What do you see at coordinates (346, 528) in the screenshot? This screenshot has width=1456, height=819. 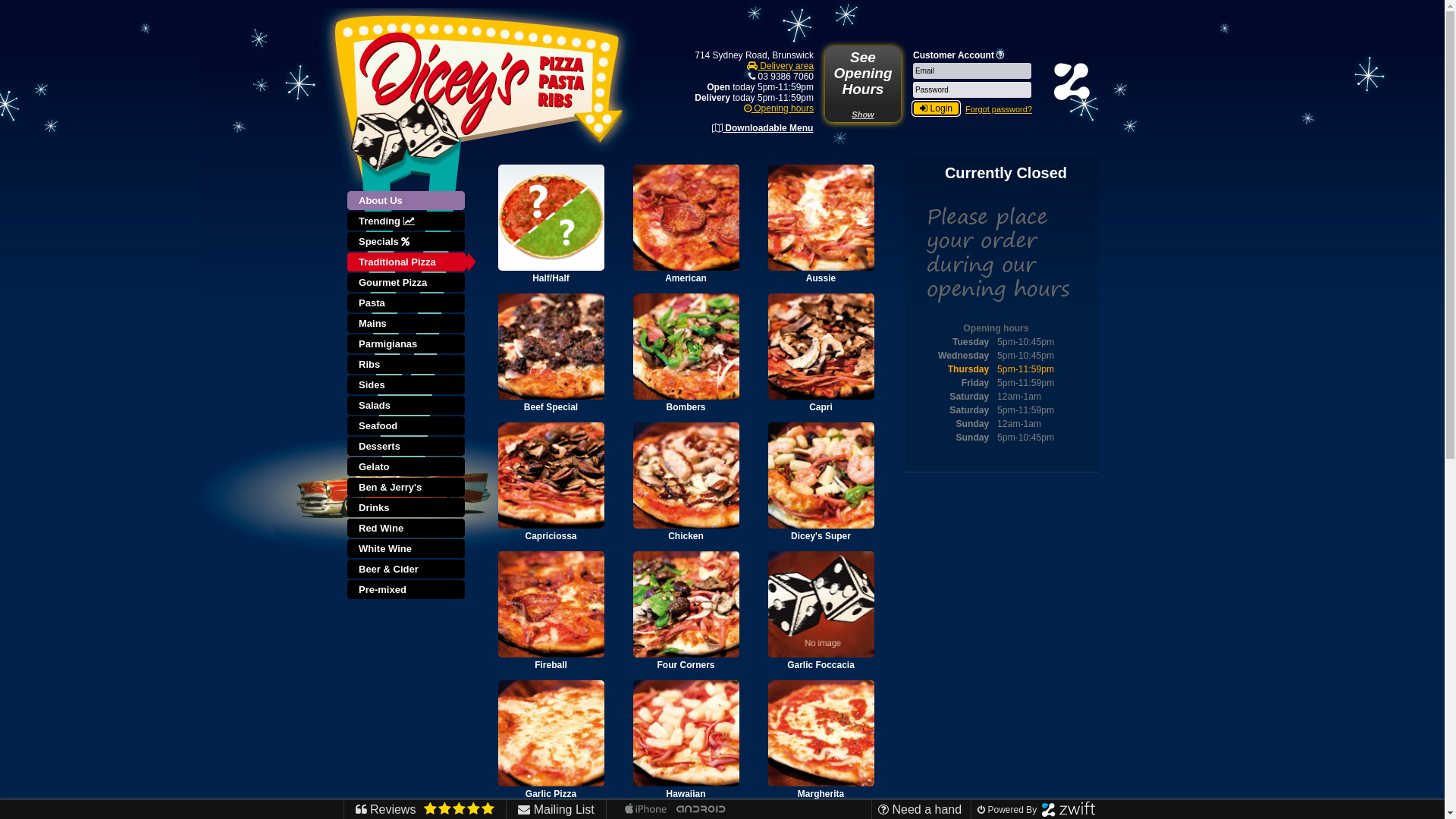 I see `'Red Wine'` at bounding box center [346, 528].